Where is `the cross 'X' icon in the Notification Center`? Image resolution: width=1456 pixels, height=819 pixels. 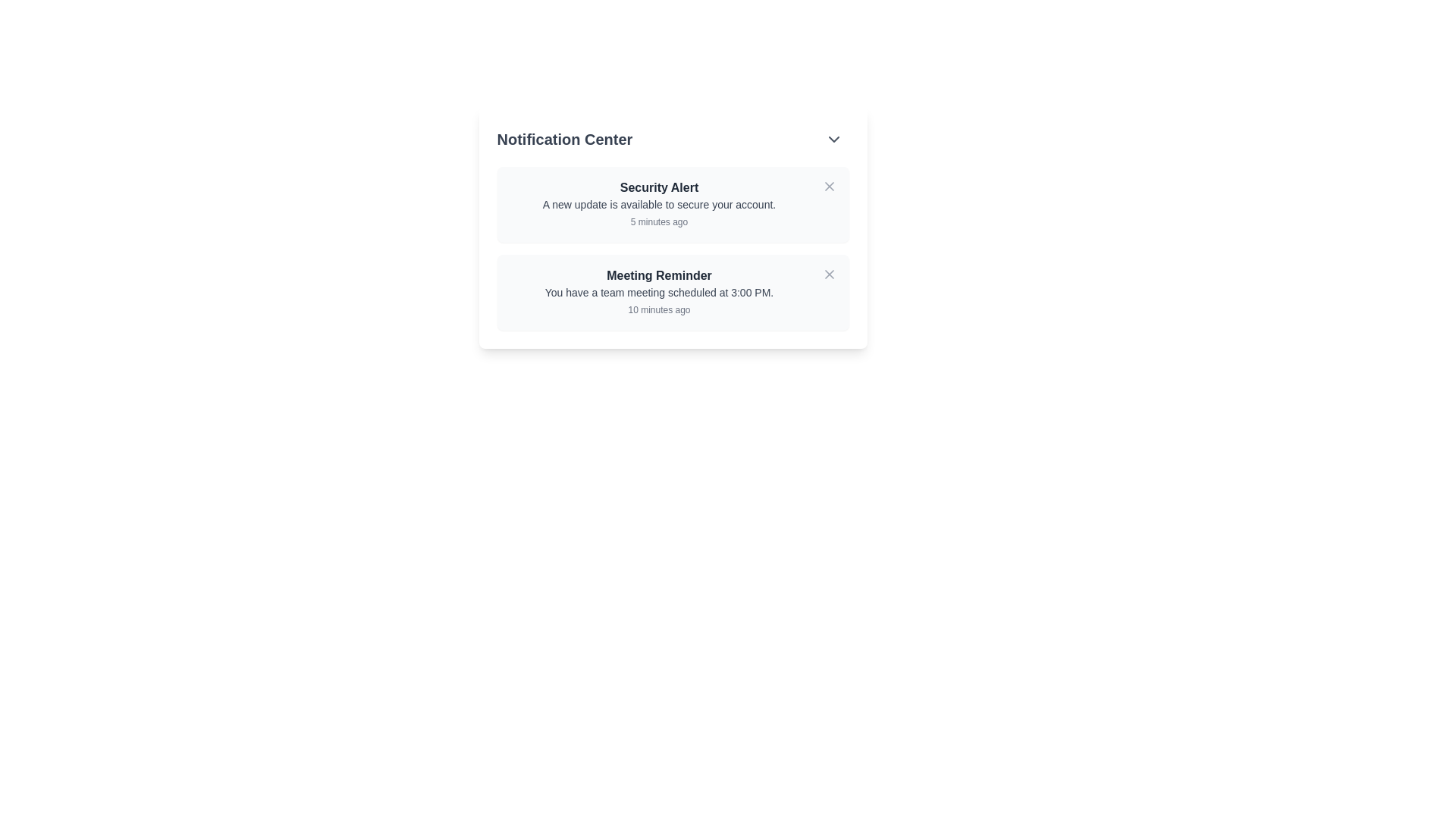 the cross 'X' icon in the Notification Center is located at coordinates (828, 186).